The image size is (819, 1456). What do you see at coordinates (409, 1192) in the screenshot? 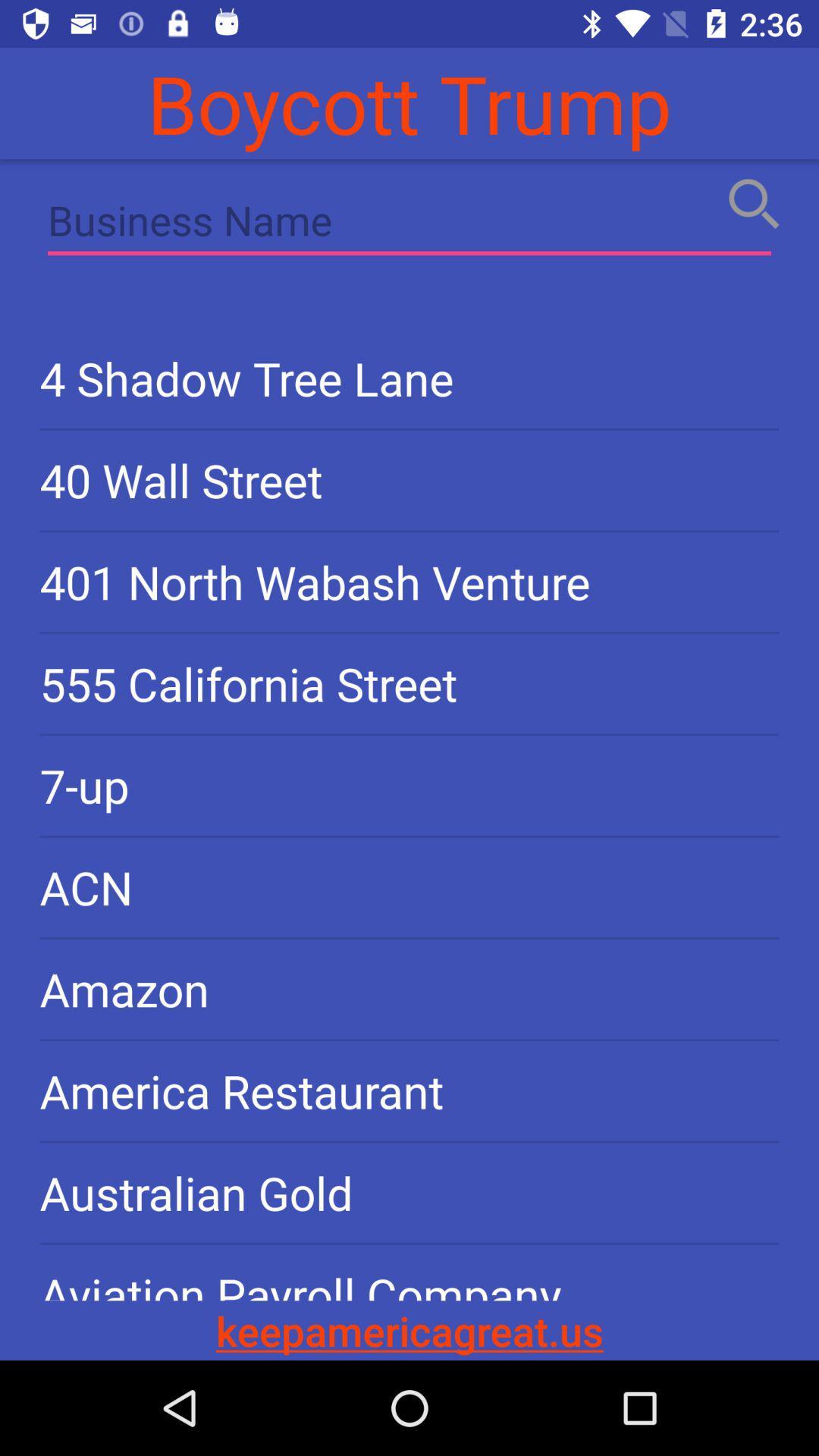
I see `icon above aviation payroll company` at bounding box center [409, 1192].